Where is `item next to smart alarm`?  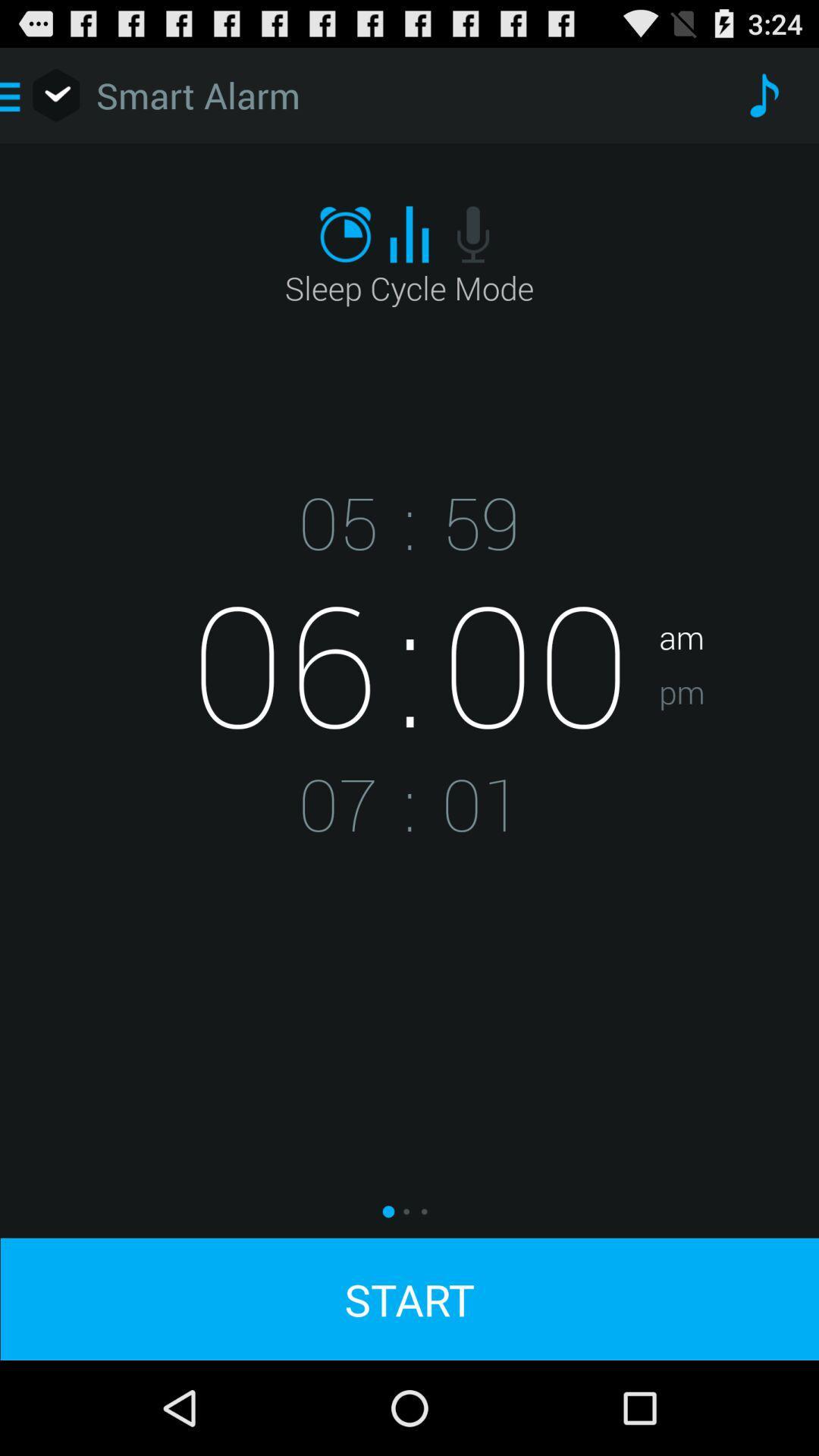 item next to smart alarm is located at coordinates (763, 94).